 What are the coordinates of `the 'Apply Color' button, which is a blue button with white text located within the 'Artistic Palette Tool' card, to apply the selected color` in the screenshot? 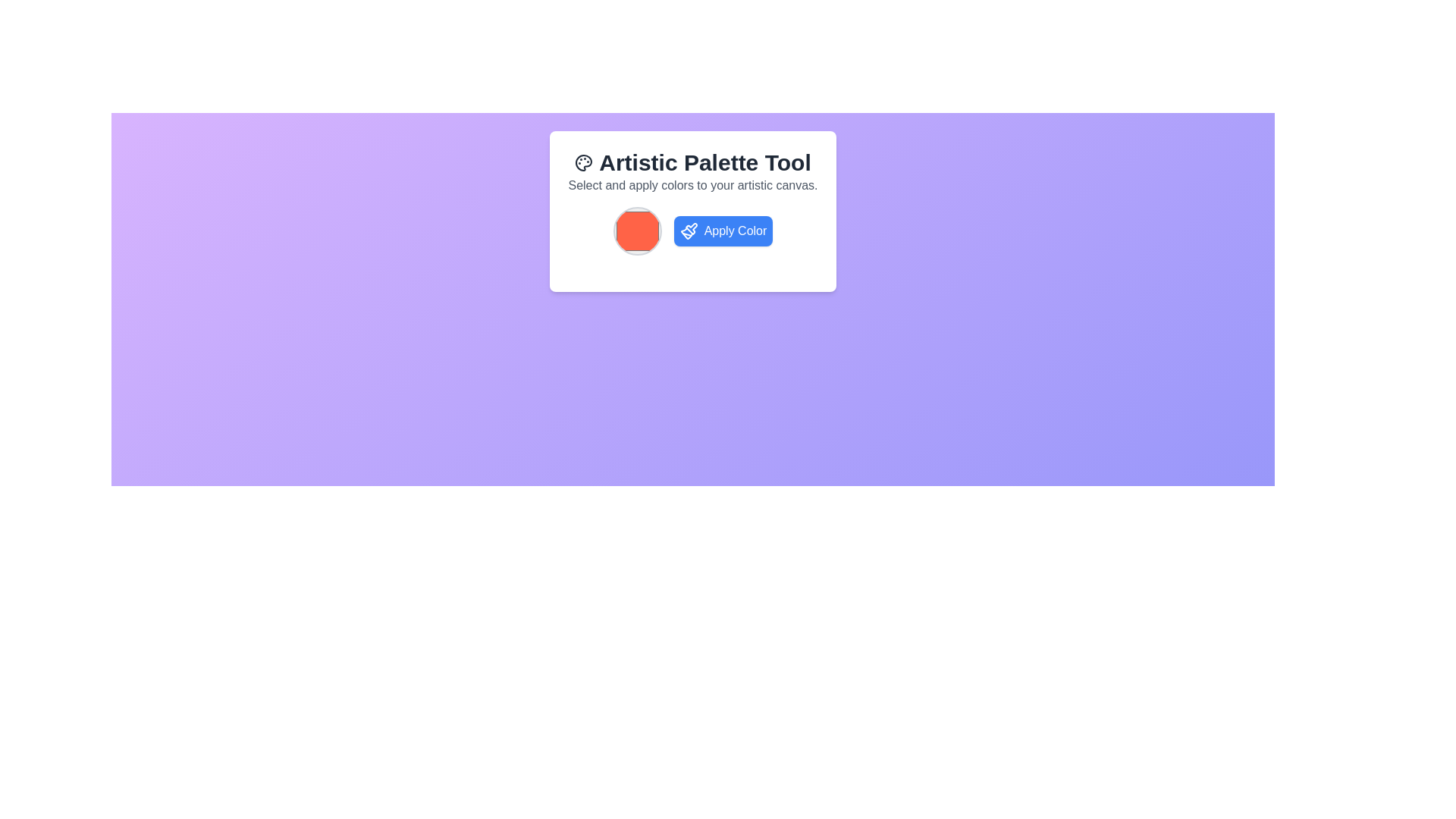 It's located at (692, 231).